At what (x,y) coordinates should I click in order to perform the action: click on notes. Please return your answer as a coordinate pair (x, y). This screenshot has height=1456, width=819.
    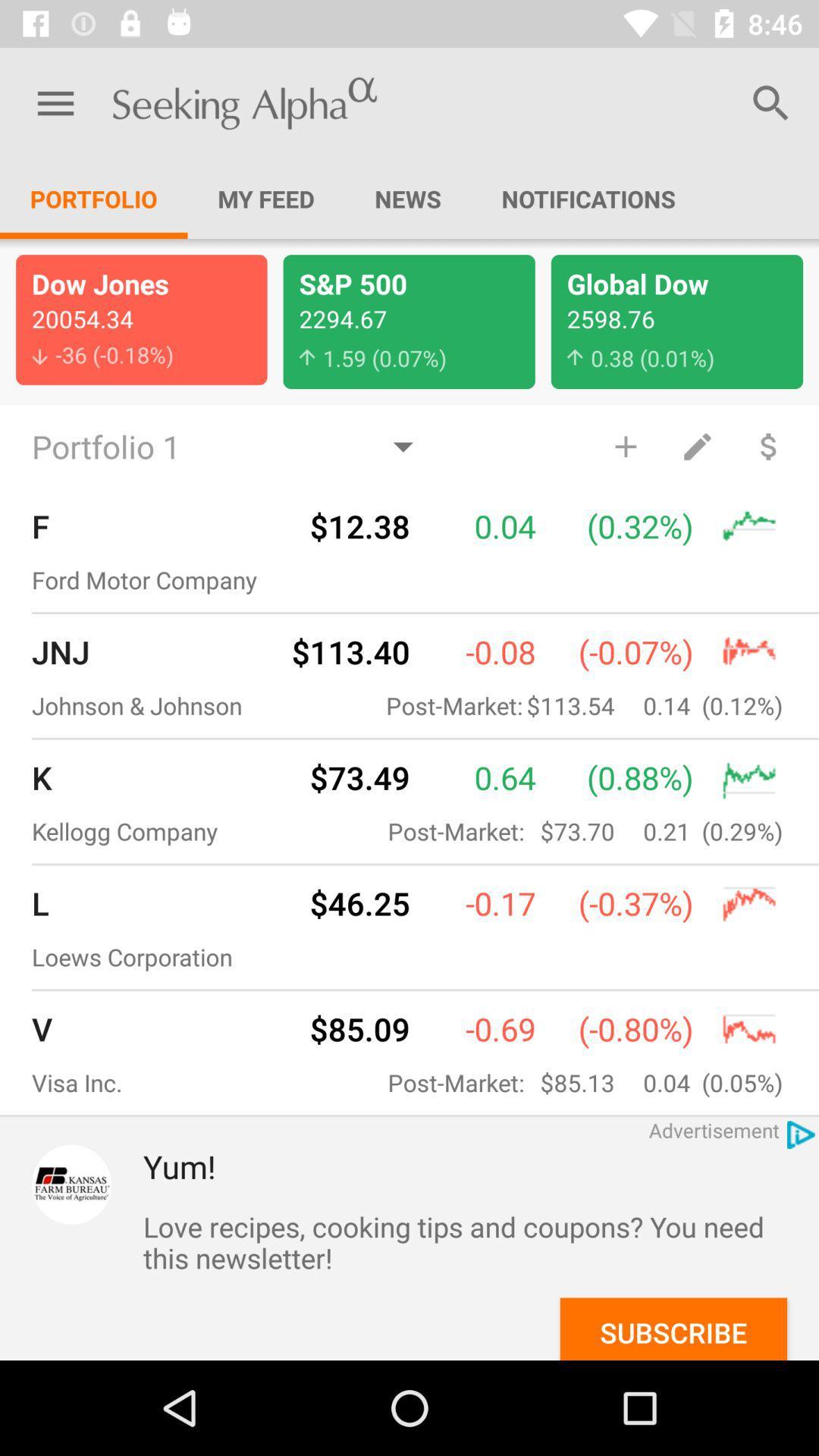
    Looking at the image, I should click on (697, 445).